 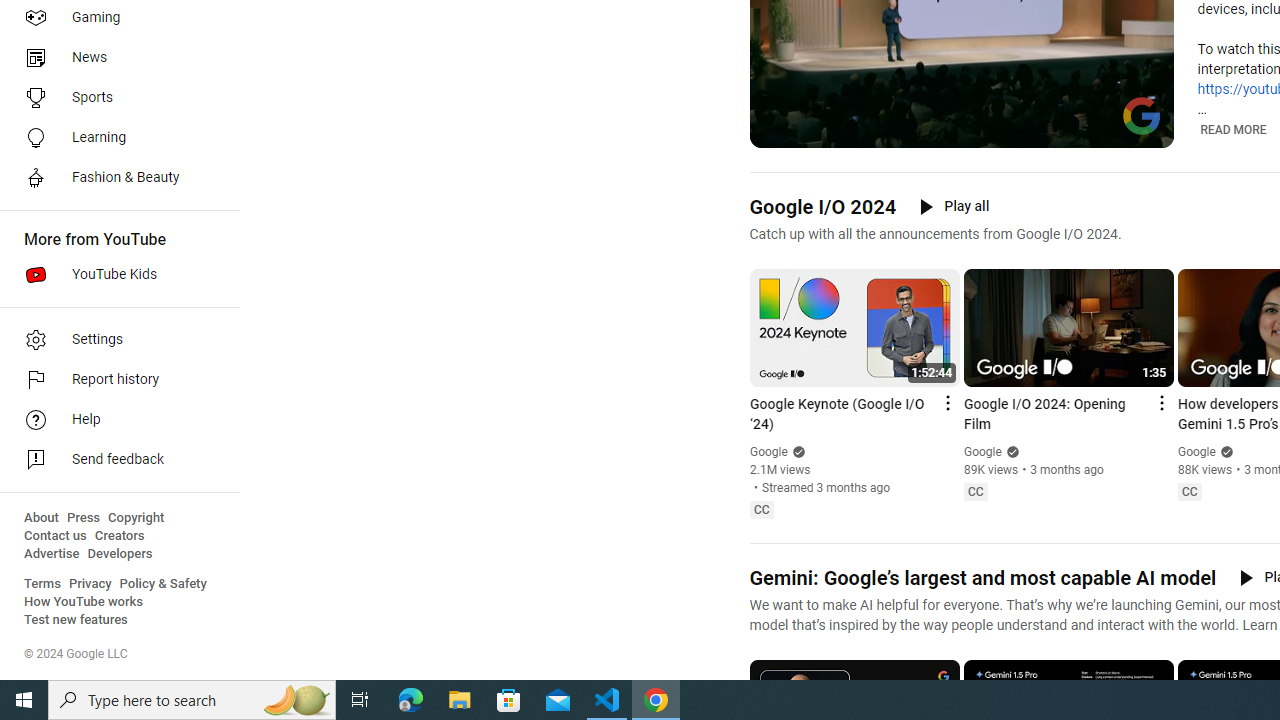 I want to click on 'Contact us', so click(x=55, y=535).